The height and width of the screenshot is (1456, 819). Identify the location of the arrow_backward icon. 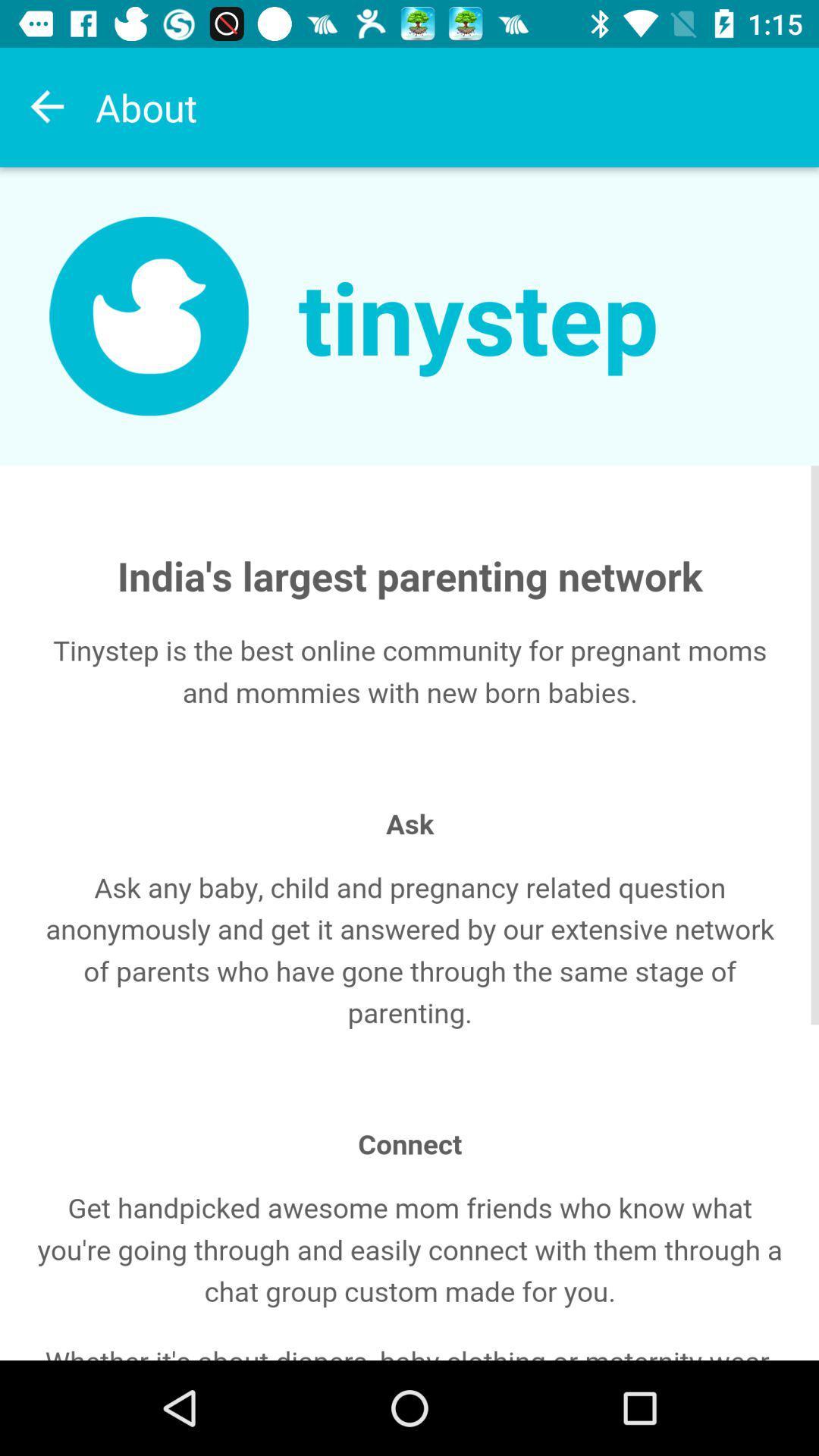
(46, 106).